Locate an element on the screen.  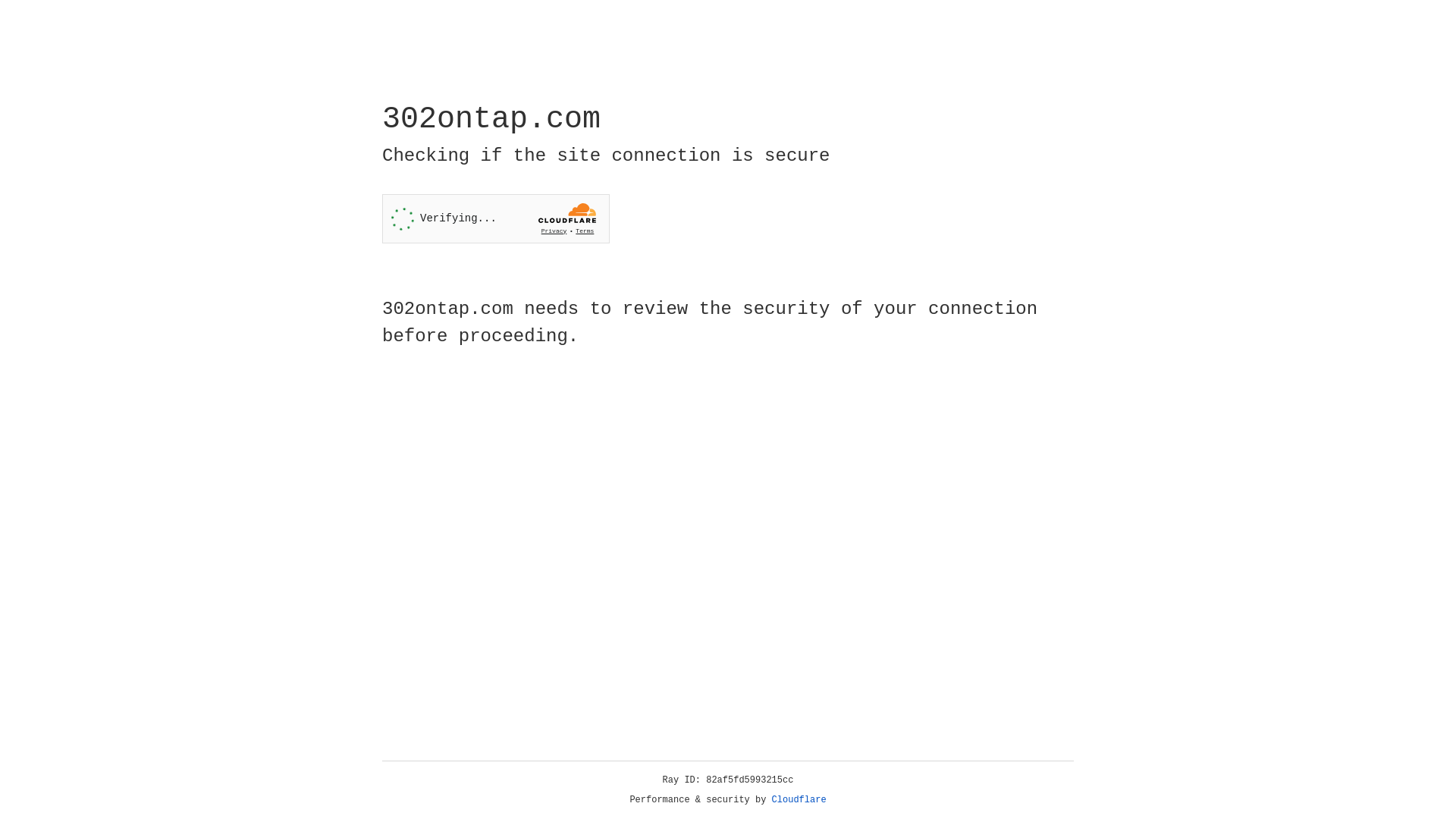
'Widget containing a Cloudflare security challenge' is located at coordinates (495, 218).